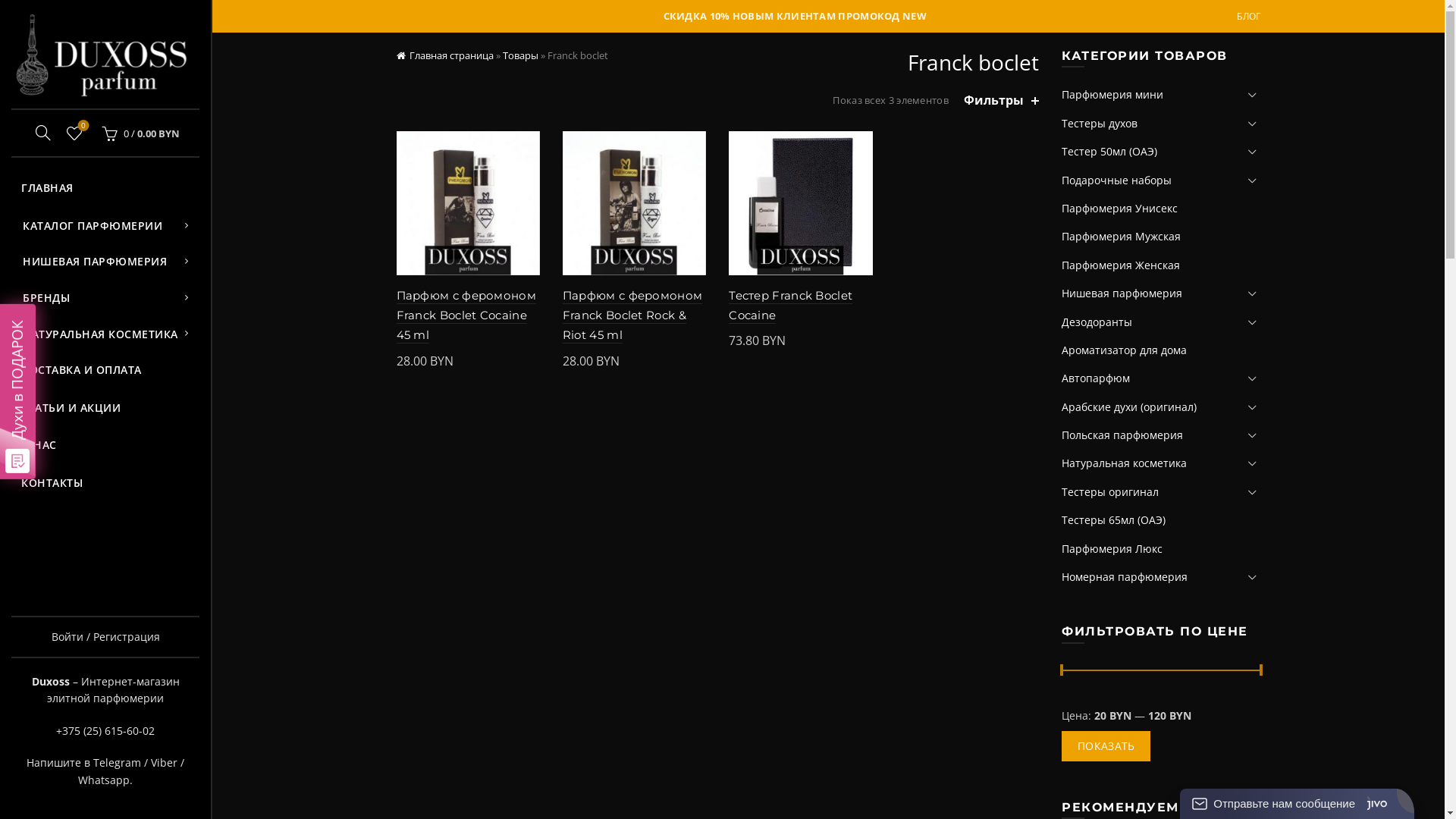 This screenshot has width=1456, height=819. I want to click on 'Viber', so click(164, 762).